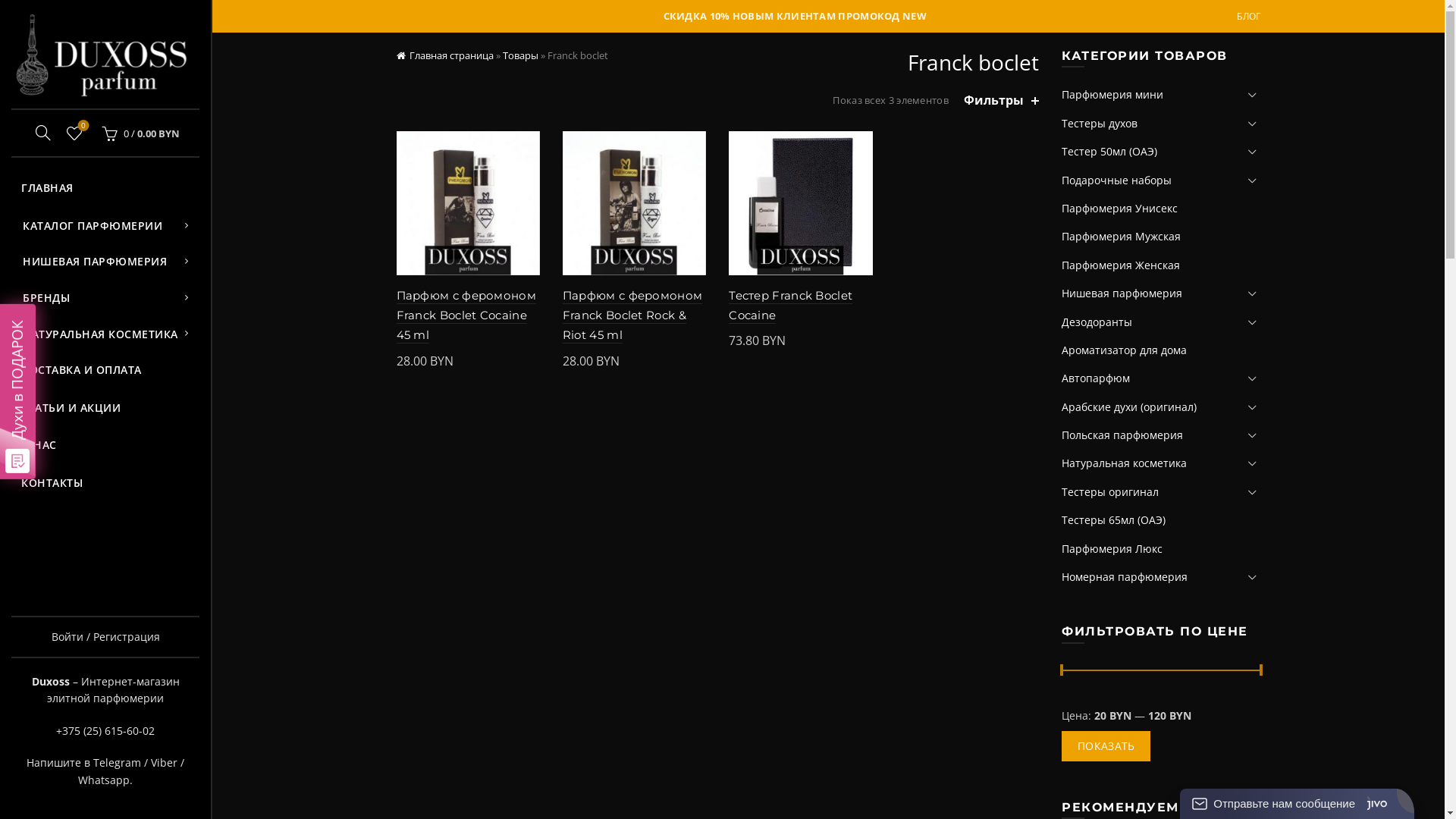 This screenshot has width=1456, height=819. I want to click on 'Viber', so click(164, 762).